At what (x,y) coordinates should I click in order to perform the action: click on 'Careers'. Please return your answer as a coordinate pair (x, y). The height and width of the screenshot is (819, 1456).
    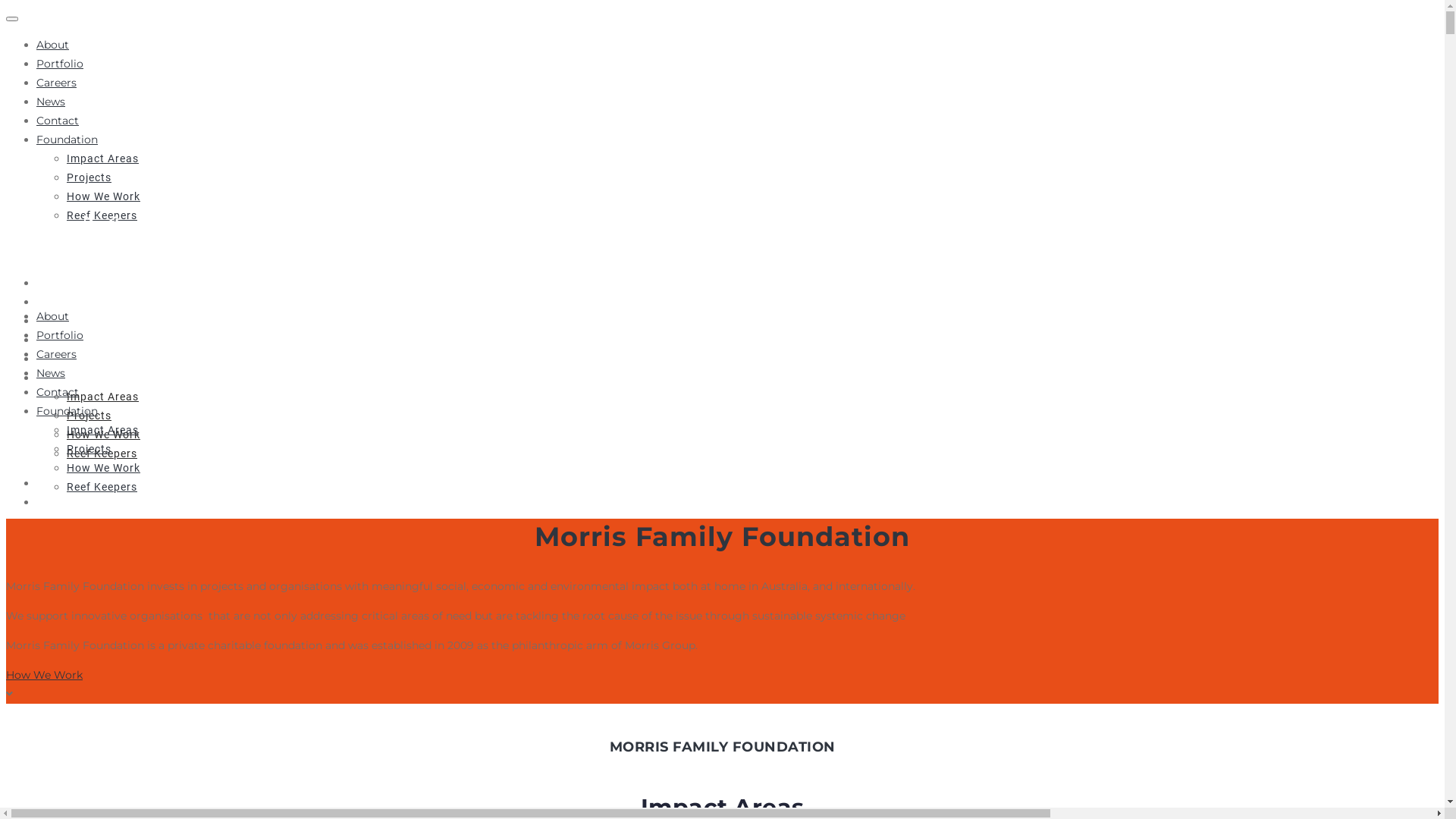
    Looking at the image, I should click on (56, 82).